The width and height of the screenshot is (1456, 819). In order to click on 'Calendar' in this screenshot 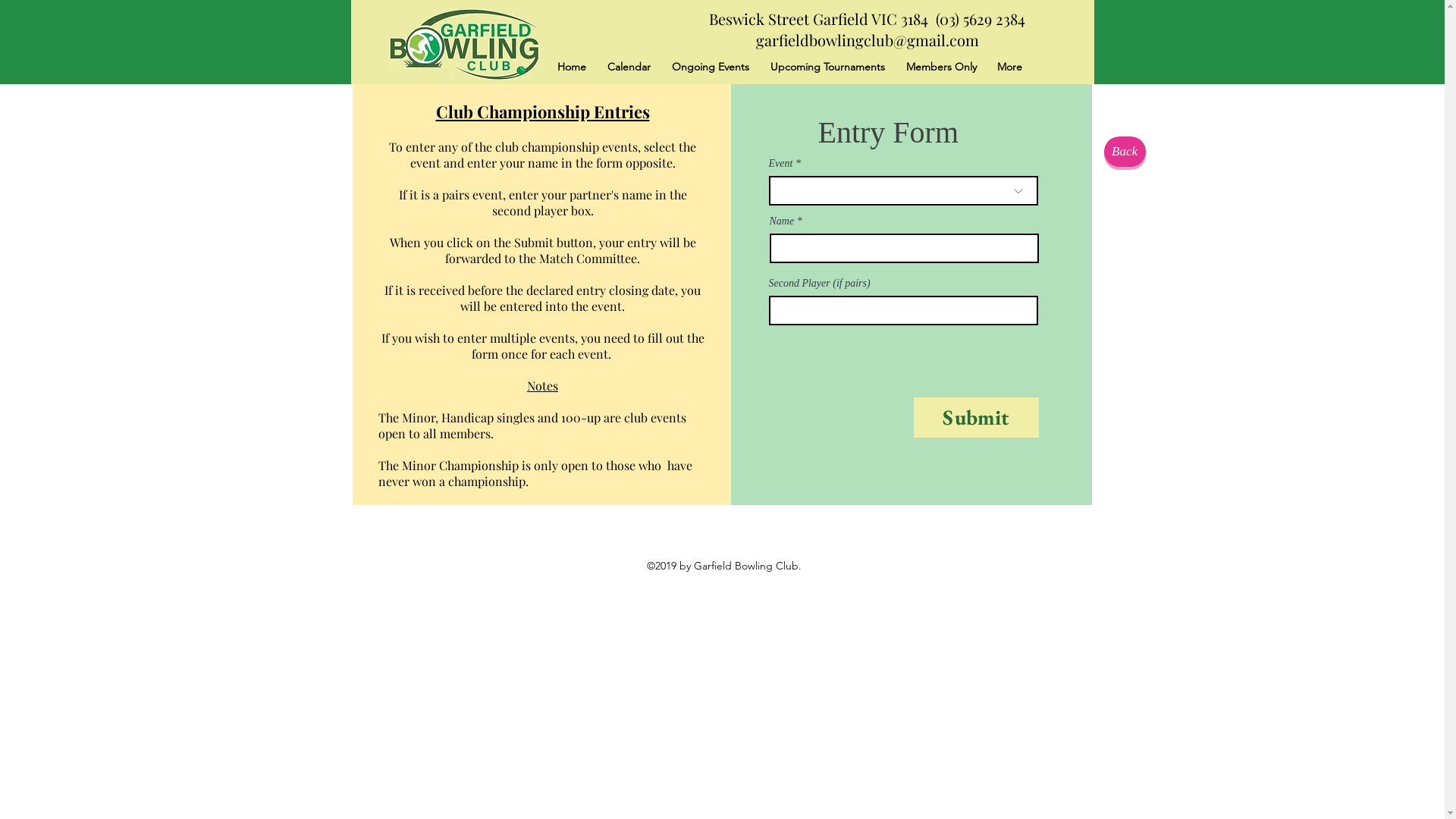, I will do `click(595, 66)`.